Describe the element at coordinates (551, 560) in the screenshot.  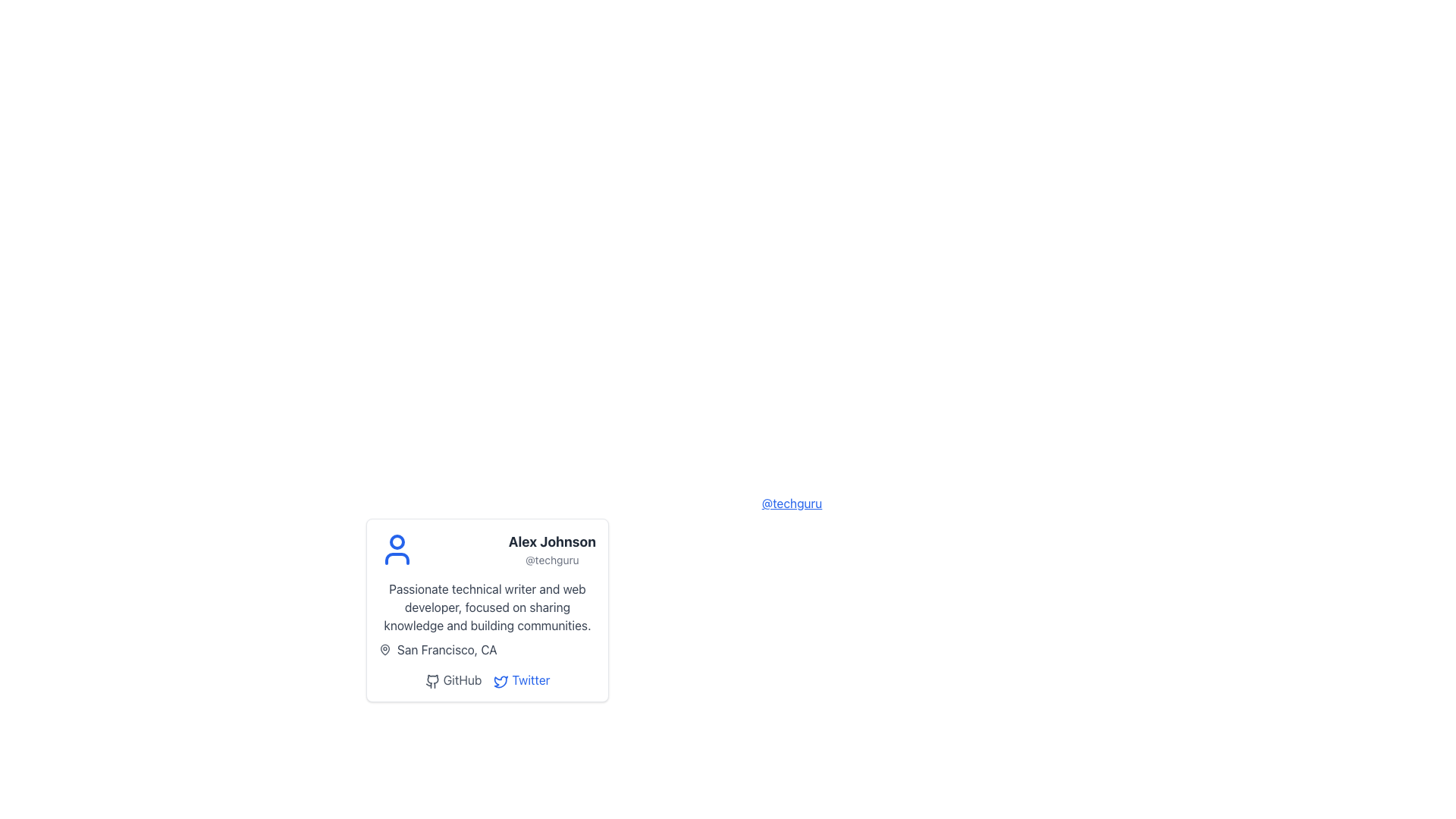
I see `text label displaying the username '@techguru' located below the name 'Alex Johnson' in the profile card structure` at that location.